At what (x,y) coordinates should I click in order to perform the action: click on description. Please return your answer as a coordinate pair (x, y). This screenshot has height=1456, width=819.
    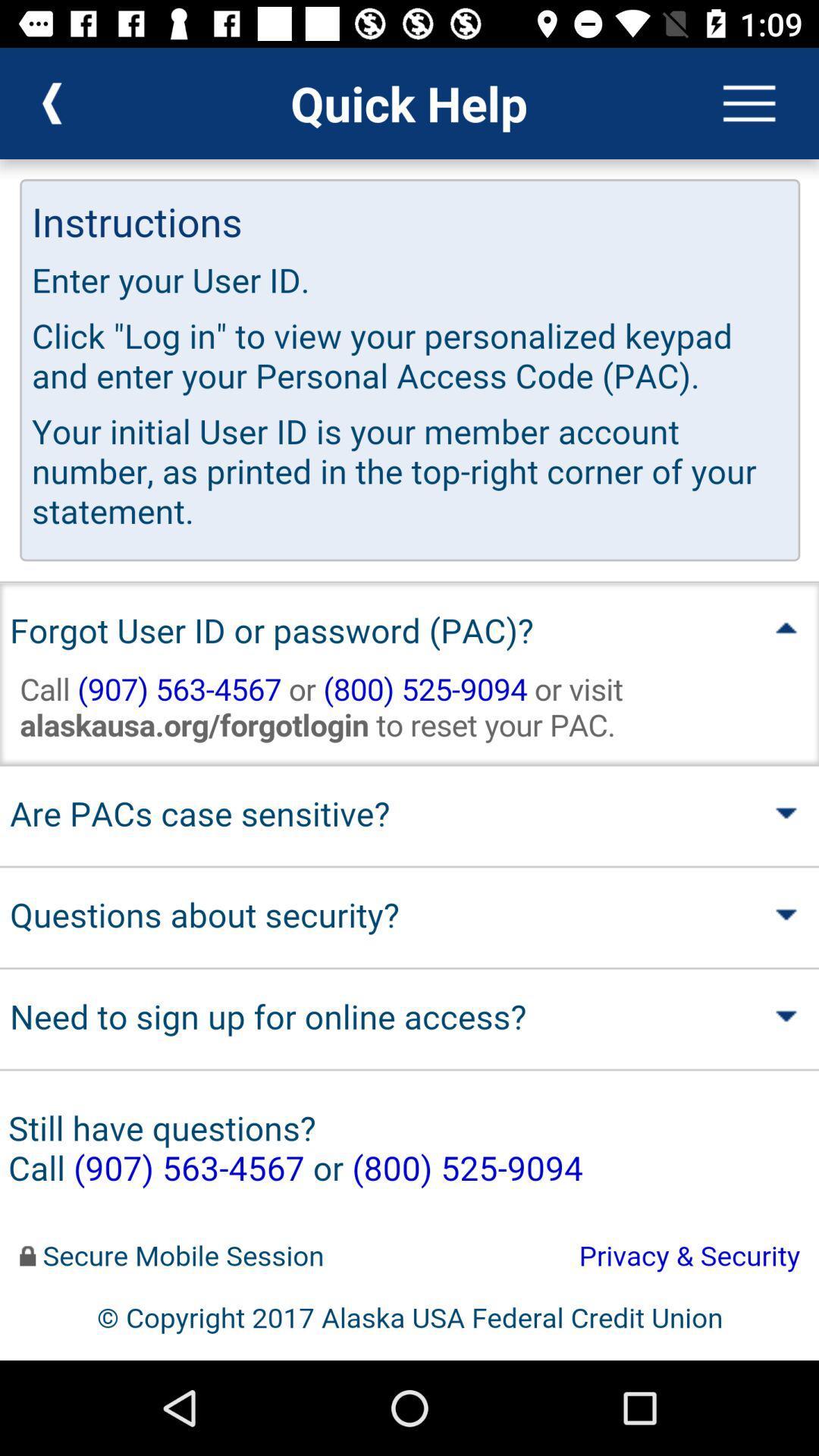
    Looking at the image, I should click on (409, 760).